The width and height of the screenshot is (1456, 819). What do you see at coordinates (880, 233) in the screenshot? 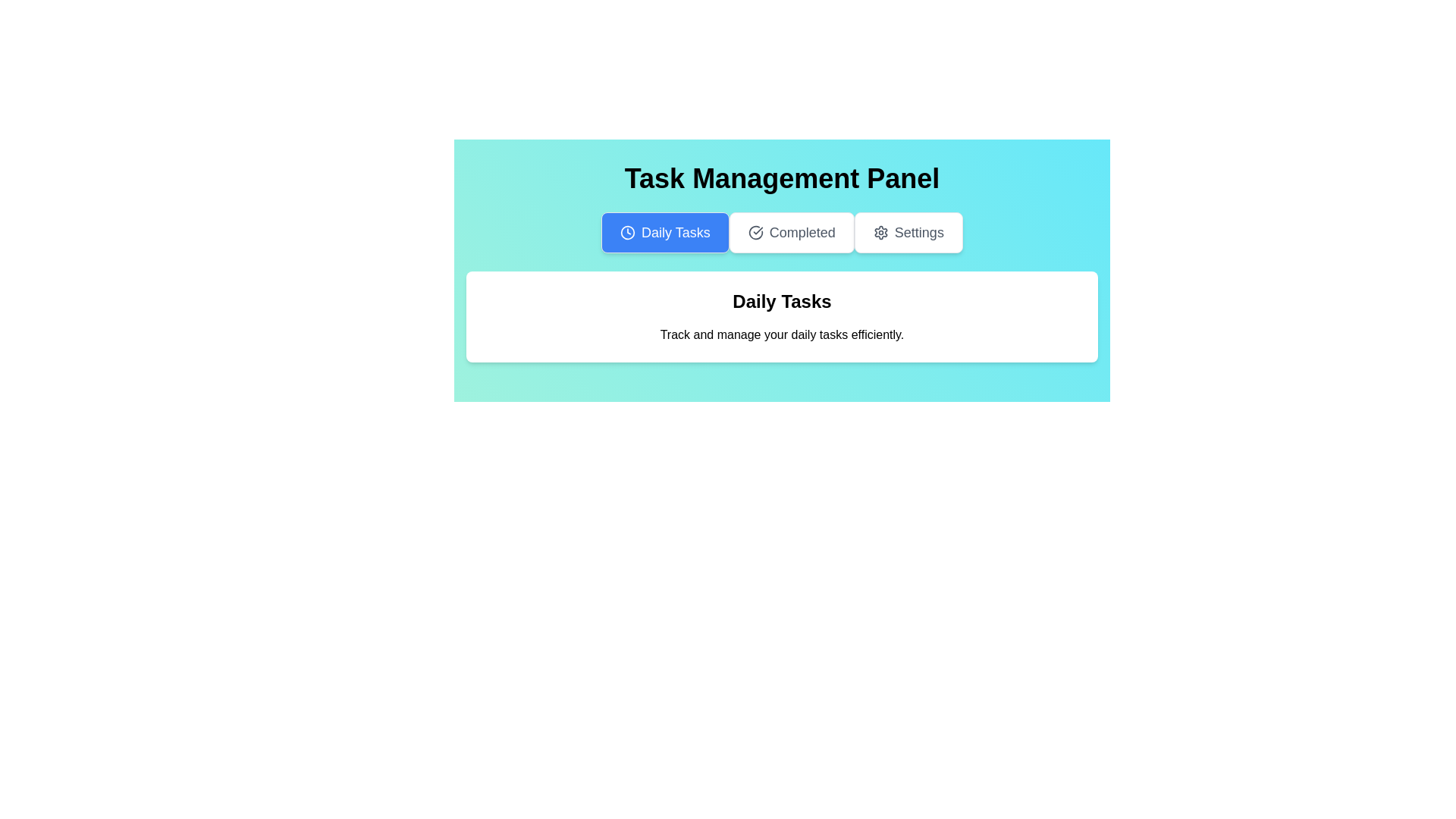
I see `the gear icon representing 'Settings' located in the third button from the left in the button group at the top-right section of the page` at bounding box center [880, 233].